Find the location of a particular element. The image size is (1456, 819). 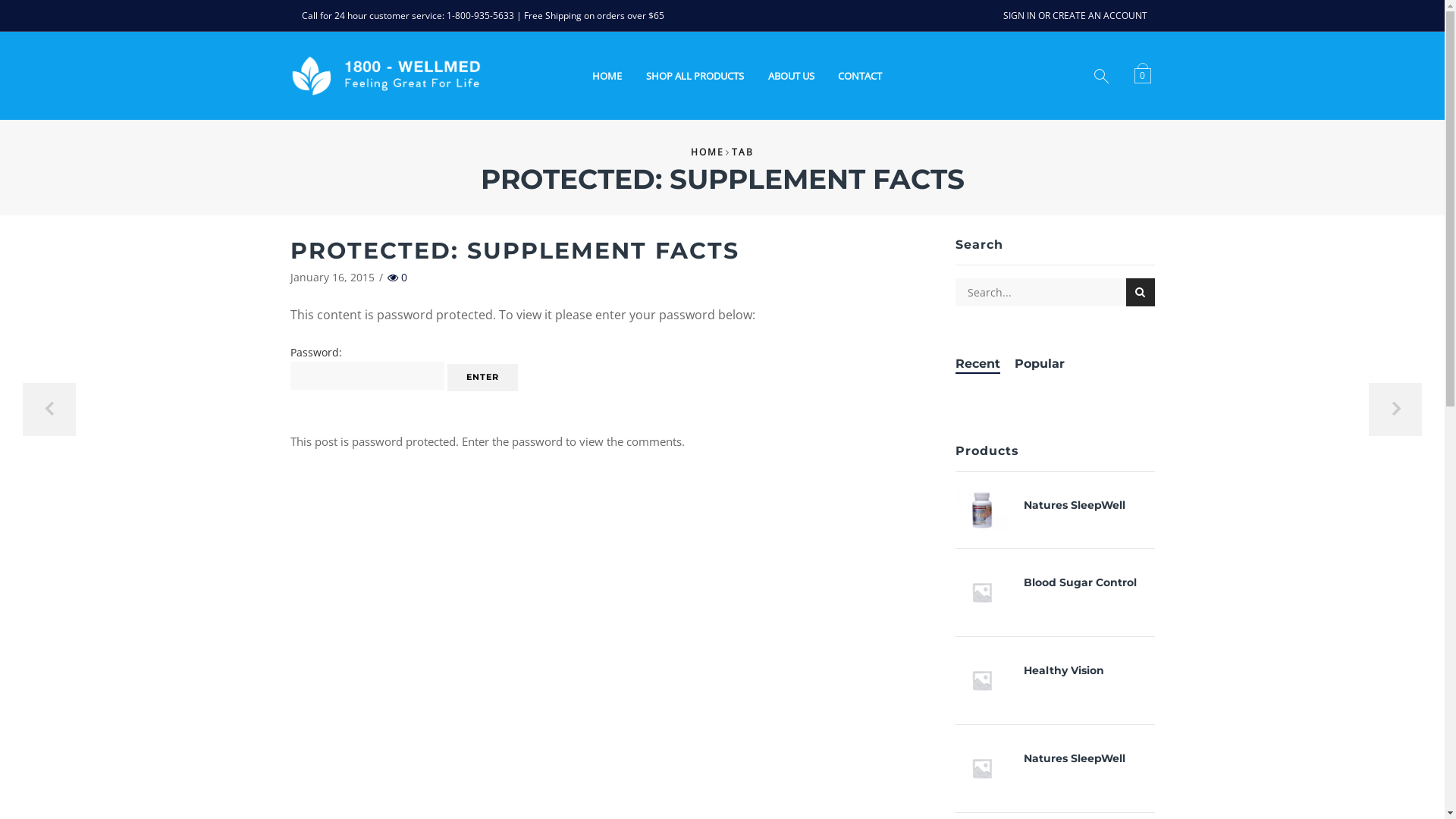

'Natures SleepWell' is located at coordinates (990, 509).